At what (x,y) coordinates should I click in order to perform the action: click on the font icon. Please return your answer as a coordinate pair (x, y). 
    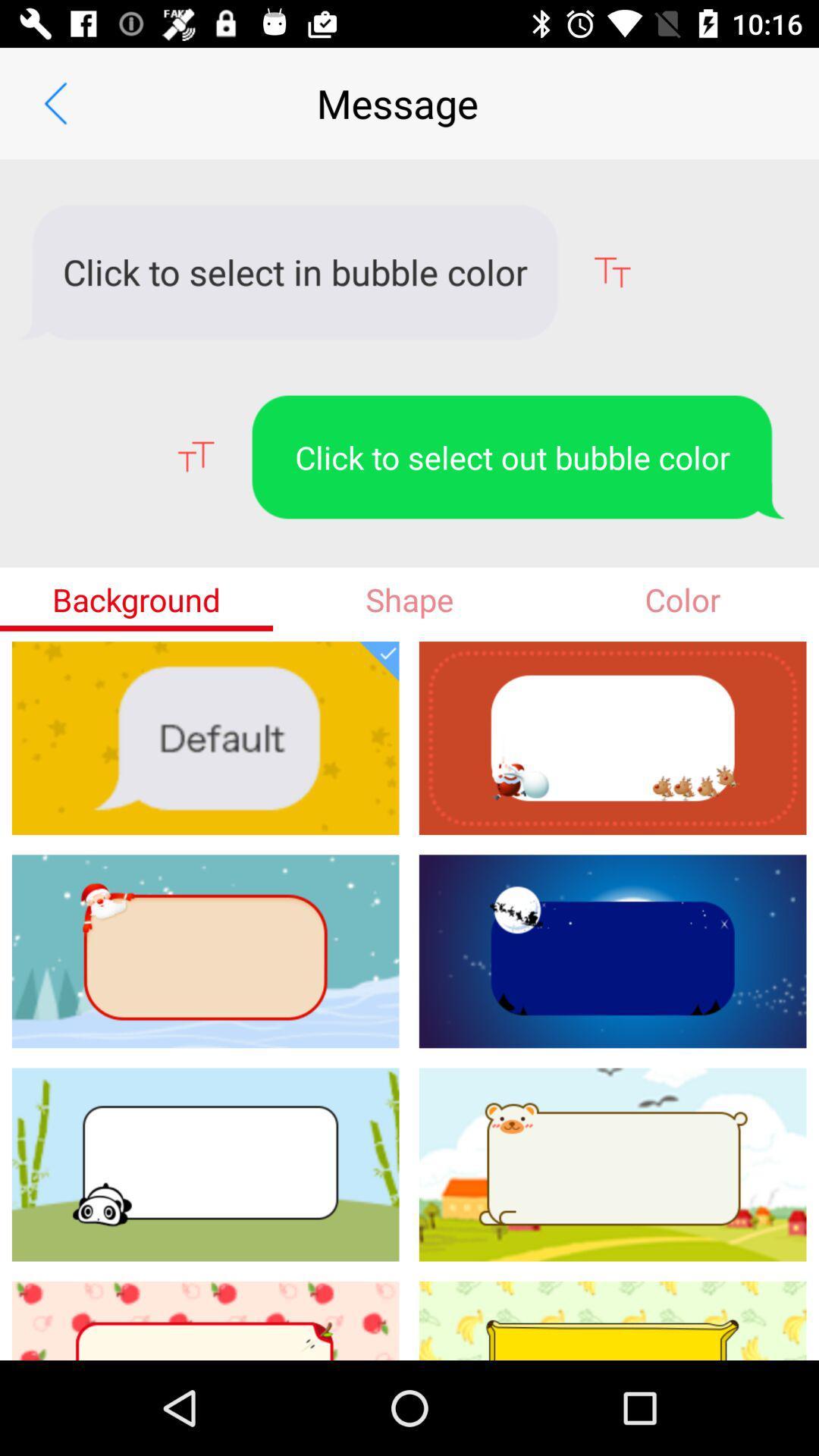
    Looking at the image, I should click on (195, 456).